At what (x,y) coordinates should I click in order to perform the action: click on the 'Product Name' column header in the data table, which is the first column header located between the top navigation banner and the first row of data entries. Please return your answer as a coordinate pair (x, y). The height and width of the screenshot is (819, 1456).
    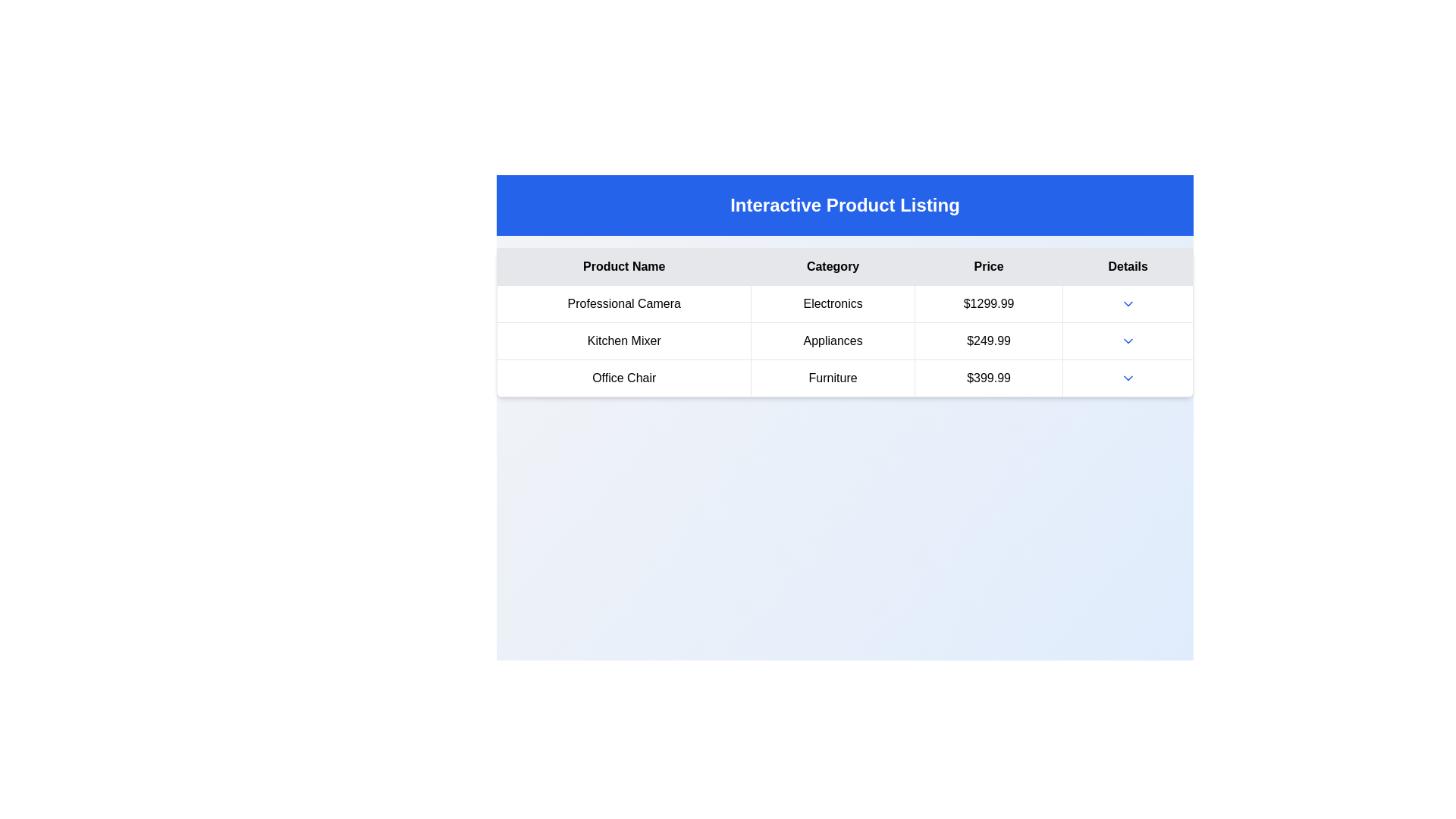
    Looking at the image, I should click on (624, 265).